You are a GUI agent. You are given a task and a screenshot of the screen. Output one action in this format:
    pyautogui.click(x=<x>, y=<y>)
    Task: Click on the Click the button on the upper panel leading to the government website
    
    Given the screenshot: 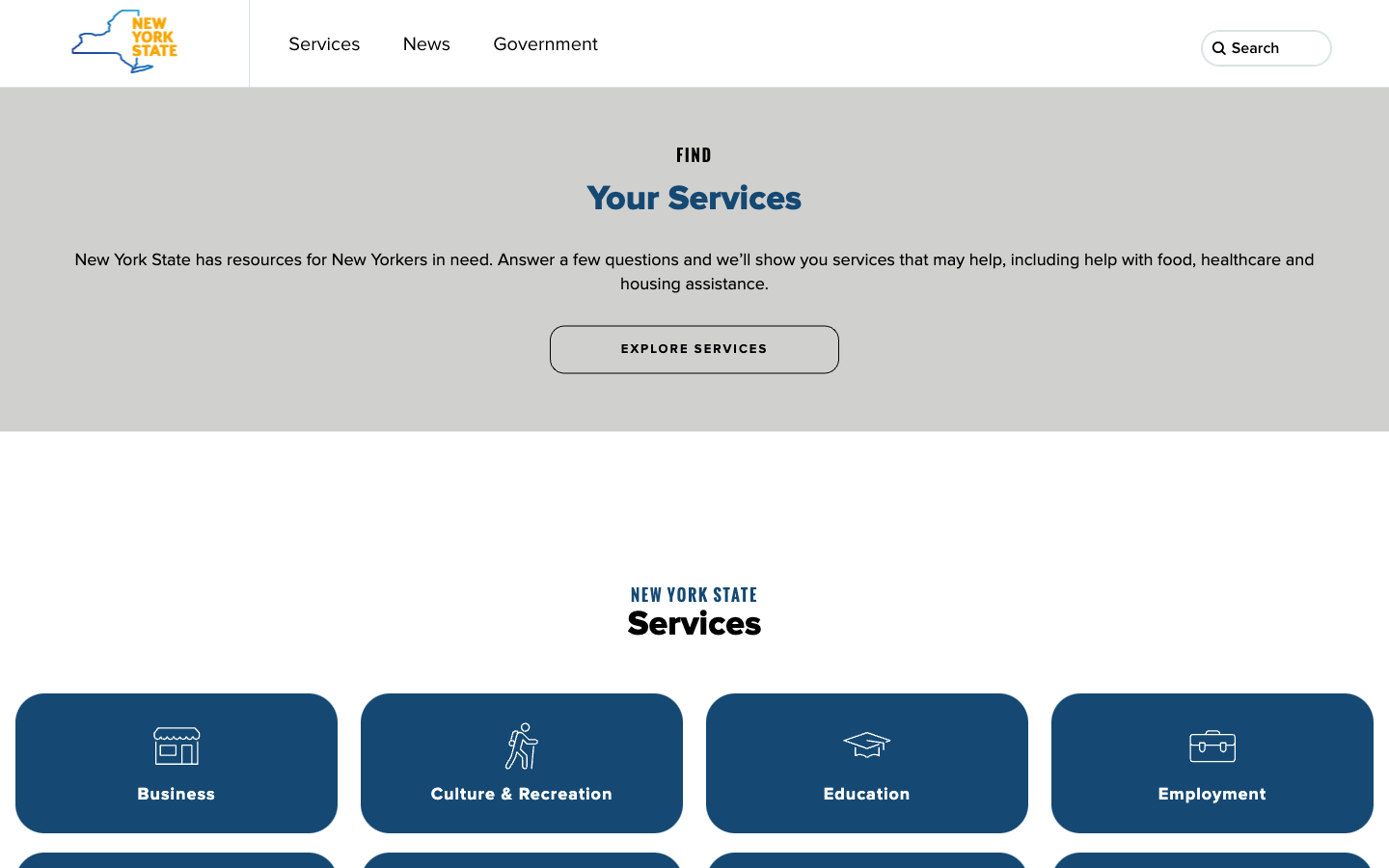 What is the action you would take?
    pyautogui.click(x=545, y=42)
    